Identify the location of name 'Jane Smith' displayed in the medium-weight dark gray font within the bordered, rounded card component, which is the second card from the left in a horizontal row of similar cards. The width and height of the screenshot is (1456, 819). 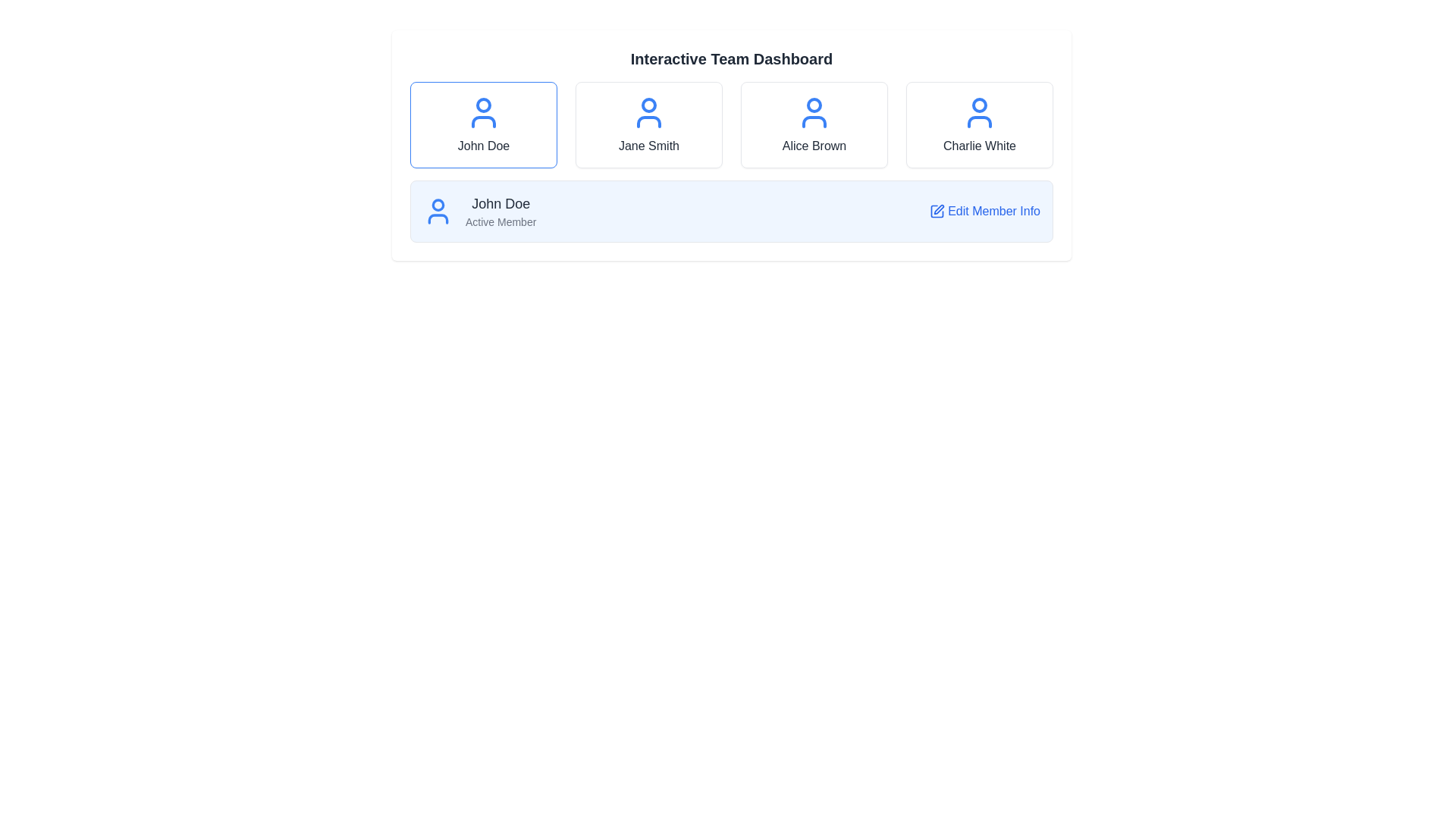
(648, 146).